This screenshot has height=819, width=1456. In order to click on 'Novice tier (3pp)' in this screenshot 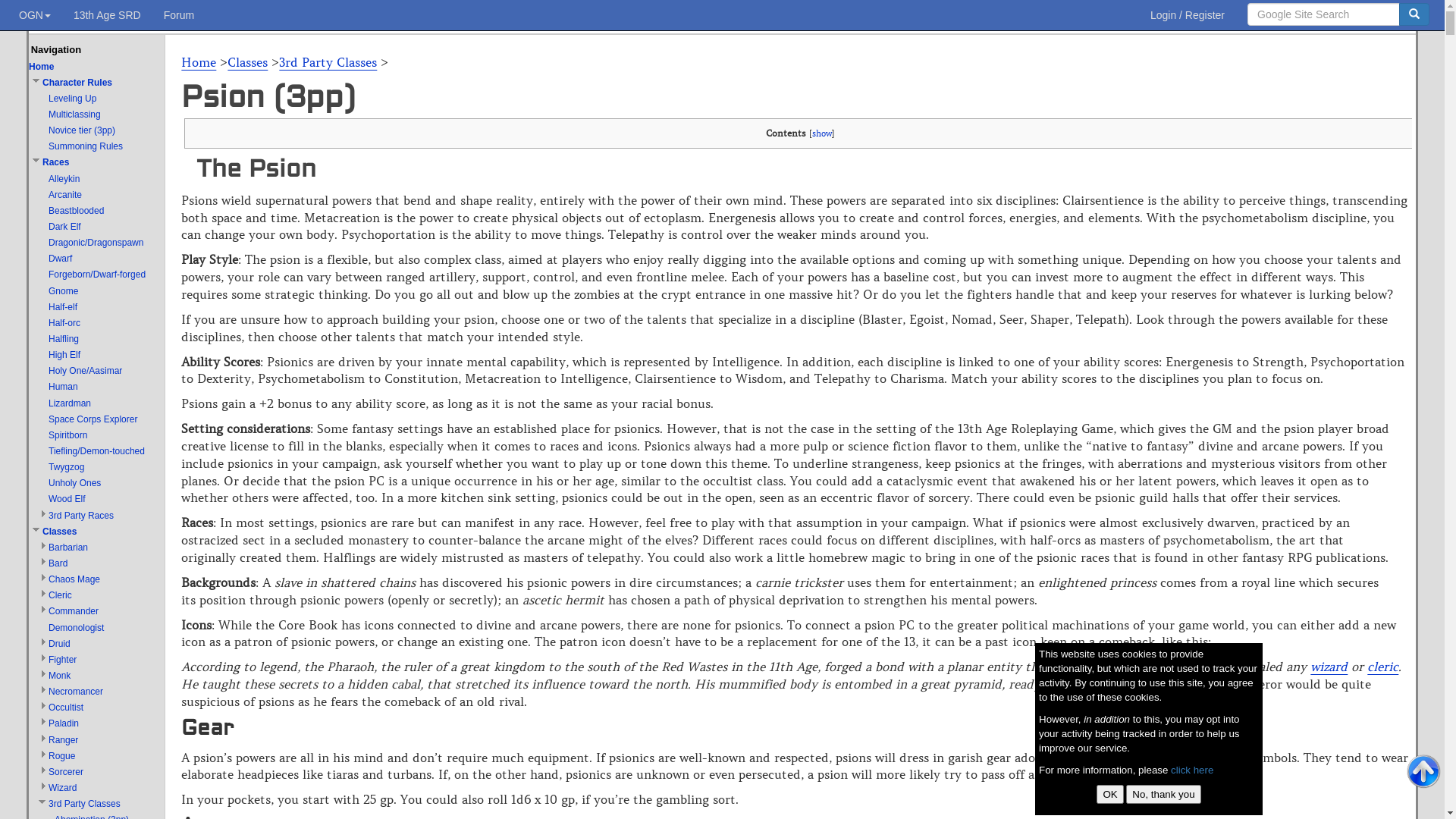, I will do `click(80, 130)`.